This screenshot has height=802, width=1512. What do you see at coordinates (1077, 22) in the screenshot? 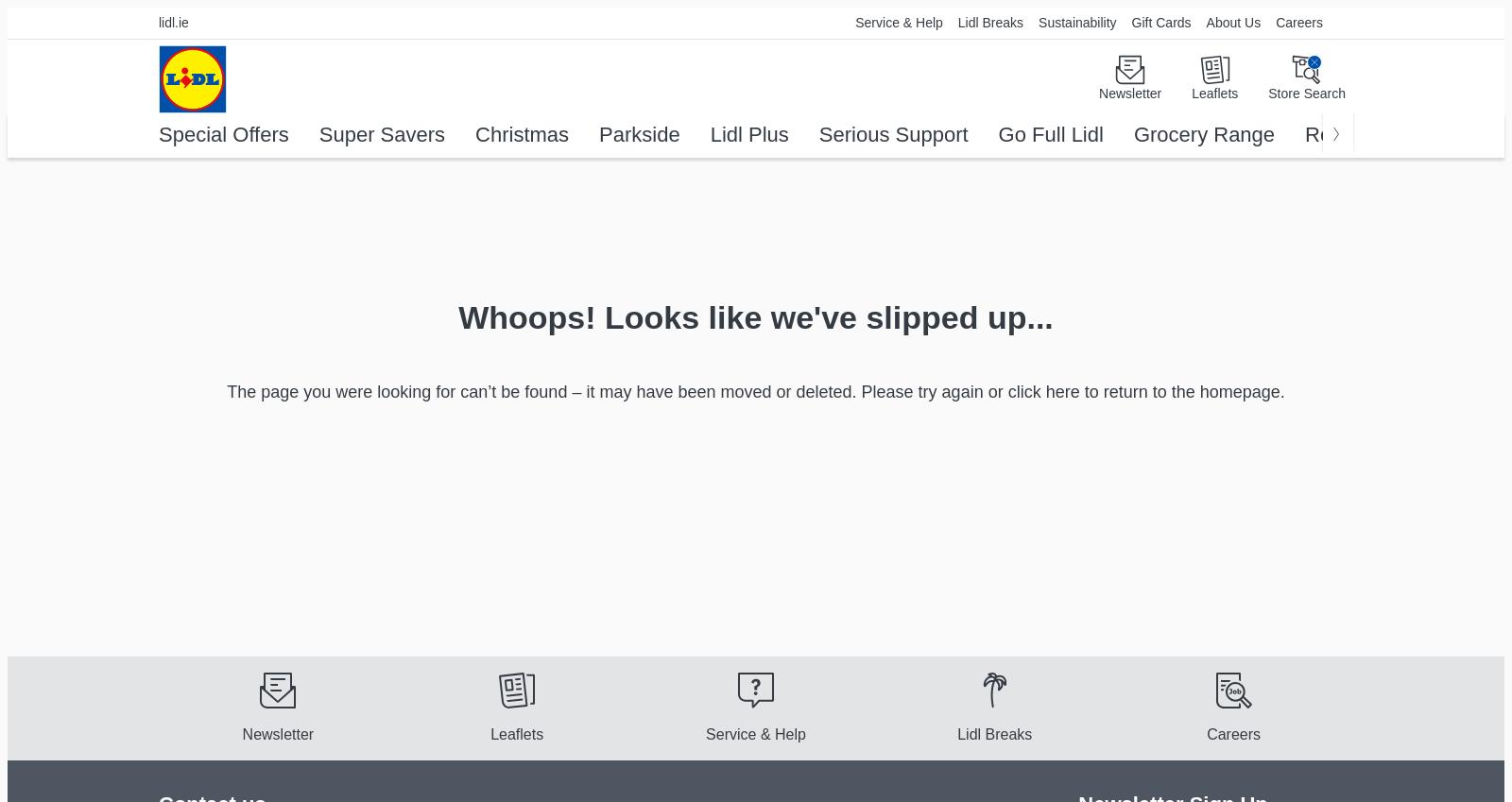
I see `'Sustainability'` at bounding box center [1077, 22].